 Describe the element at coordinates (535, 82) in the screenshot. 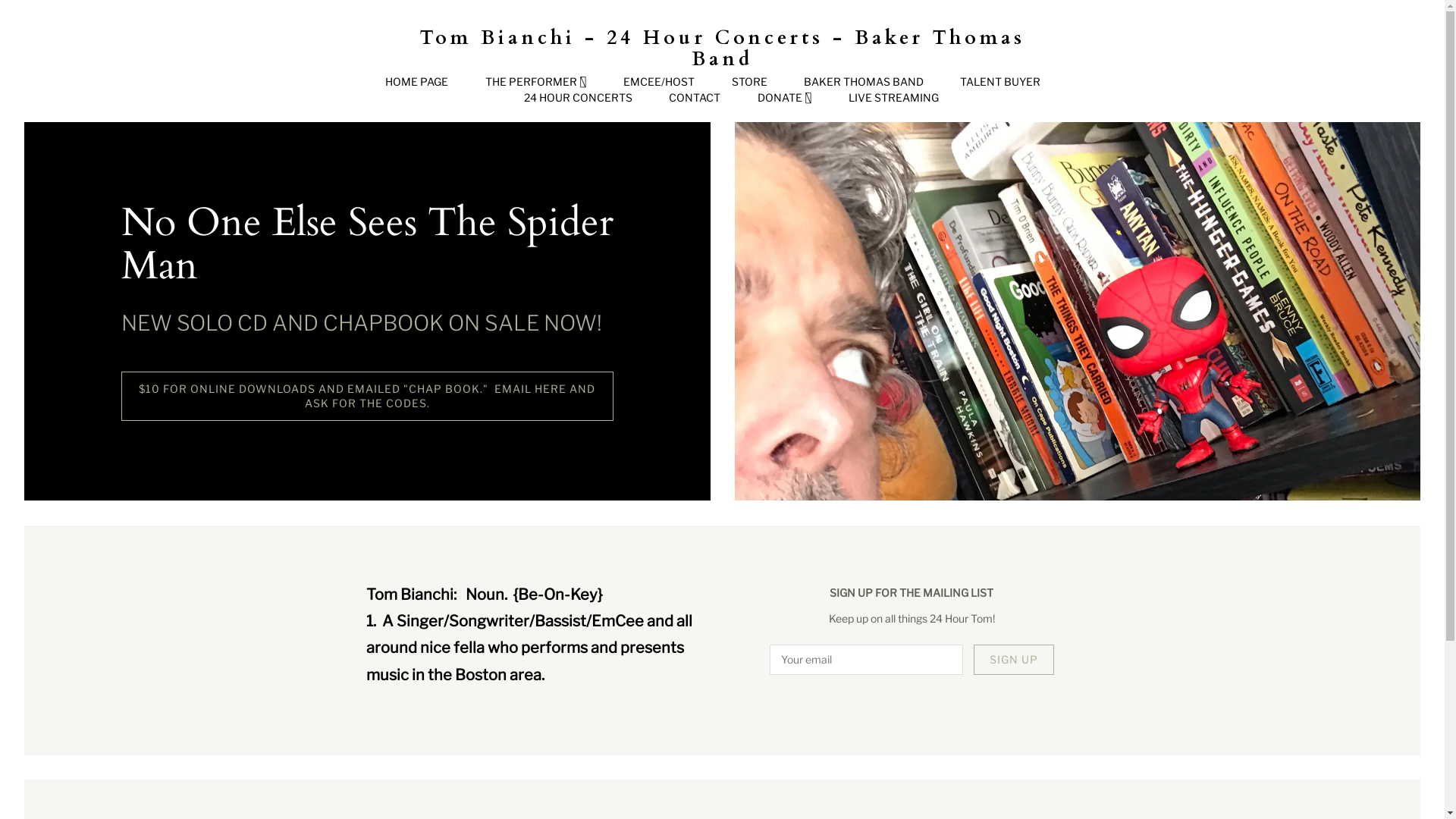

I see `'THE PERFORMER'` at that location.